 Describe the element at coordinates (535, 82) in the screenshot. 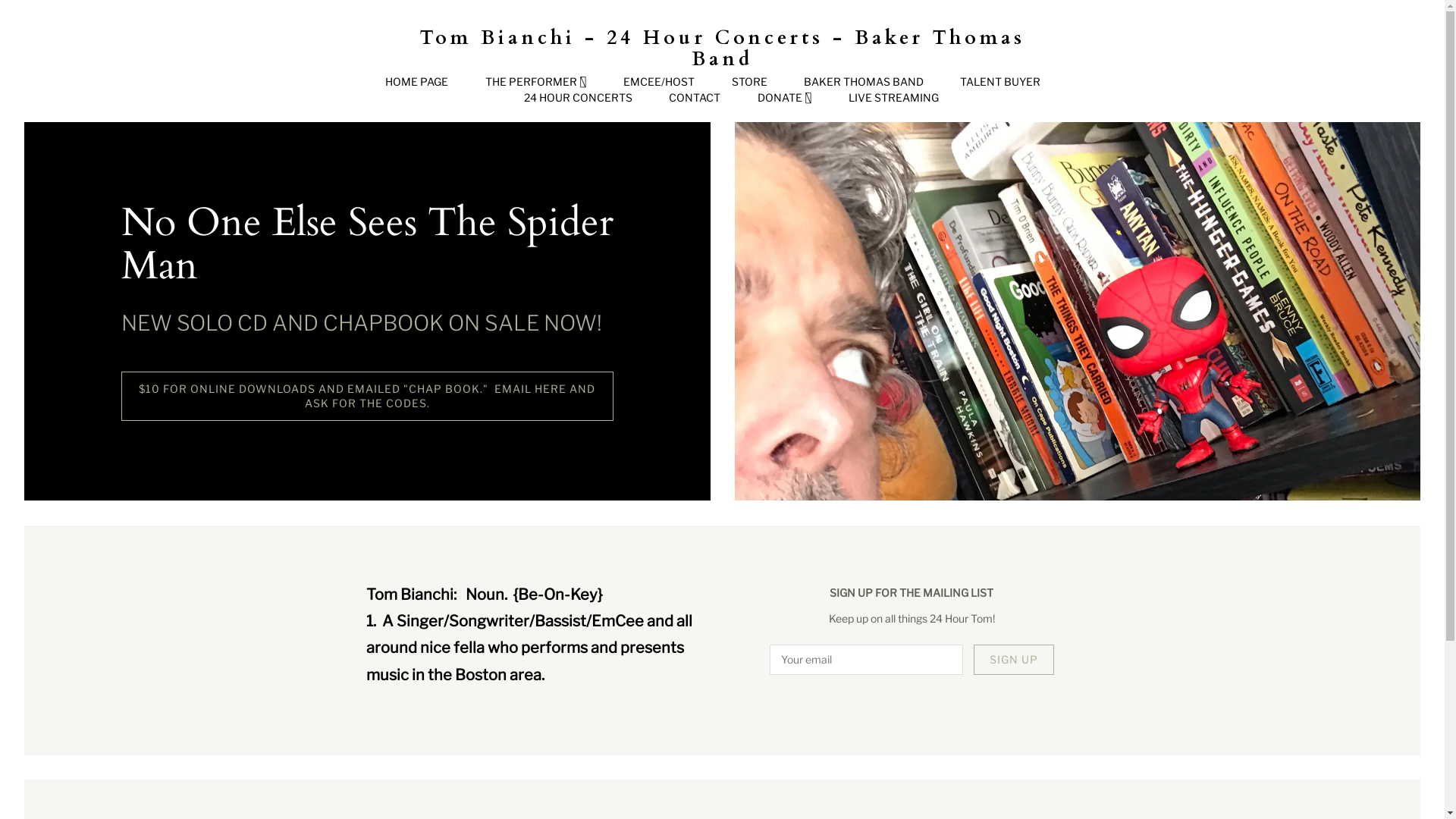

I see `'THE PERFORMER'` at that location.